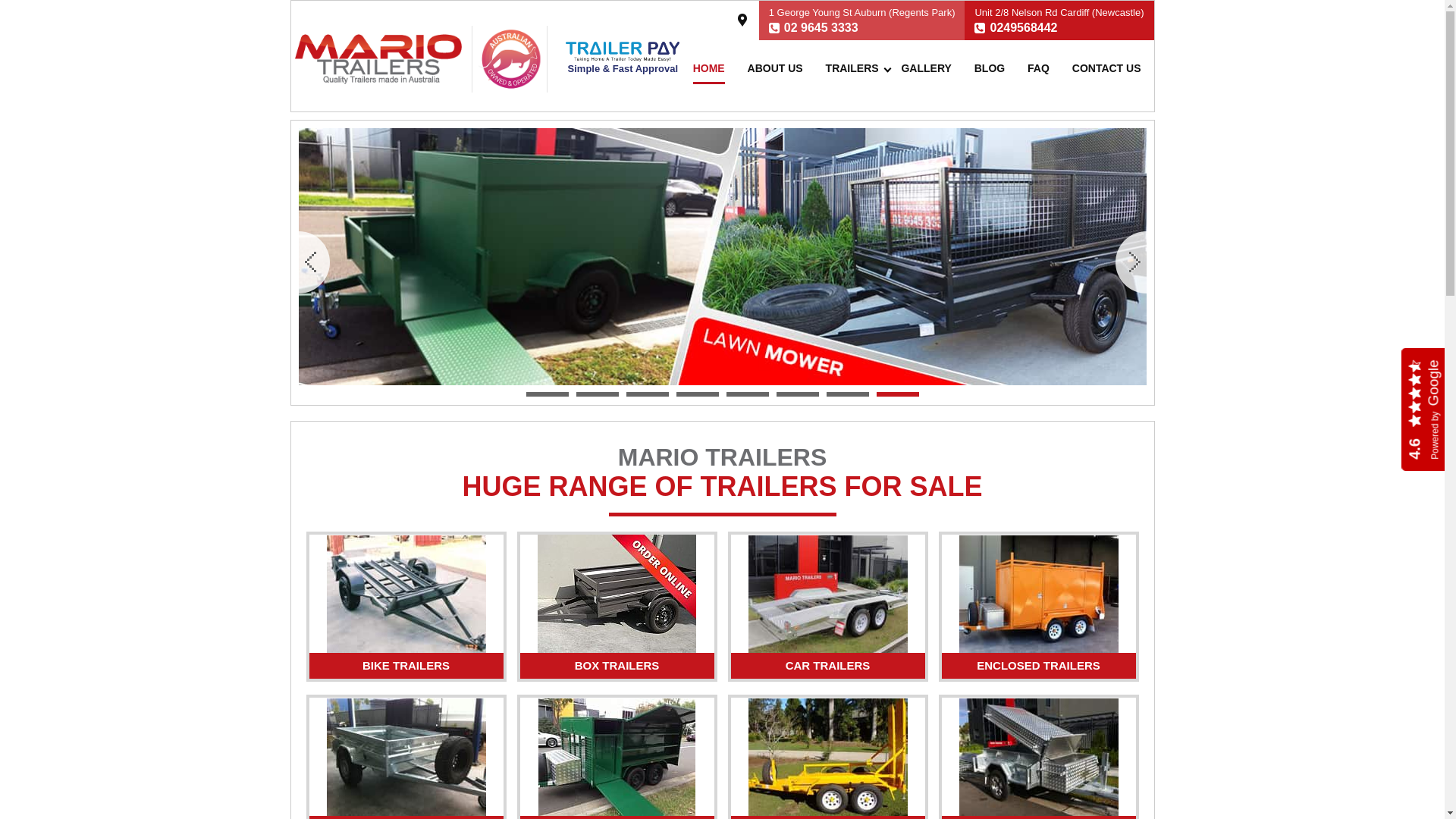  What do you see at coordinates (313, 262) in the screenshot?
I see `'Previous'` at bounding box center [313, 262].